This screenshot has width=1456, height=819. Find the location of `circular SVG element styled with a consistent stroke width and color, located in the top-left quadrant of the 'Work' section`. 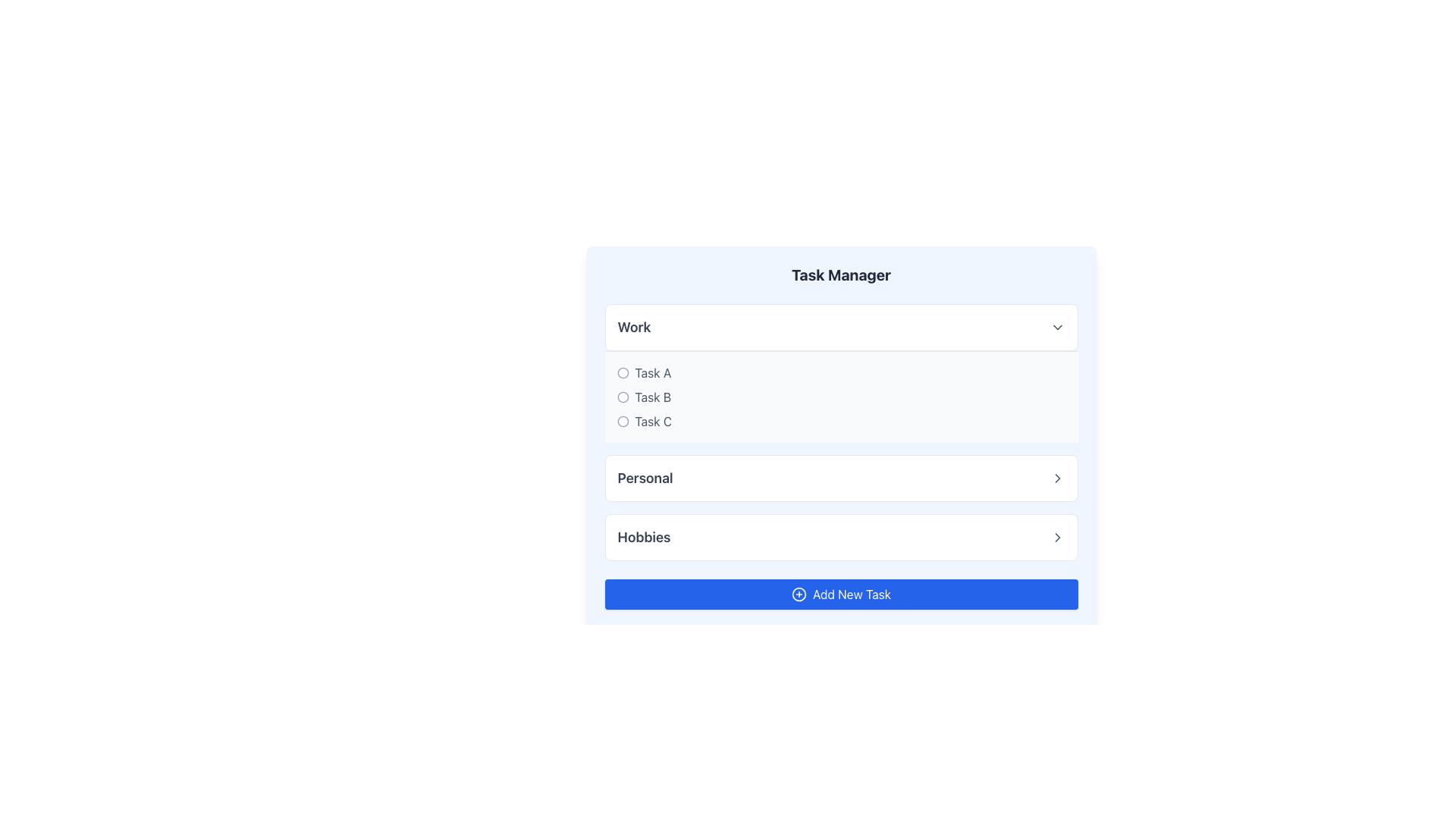

circular SVG element styled with a consistent stroke width and color, located in the top-left quadrant of the 'Work' section is located at coordinates (623, 373).